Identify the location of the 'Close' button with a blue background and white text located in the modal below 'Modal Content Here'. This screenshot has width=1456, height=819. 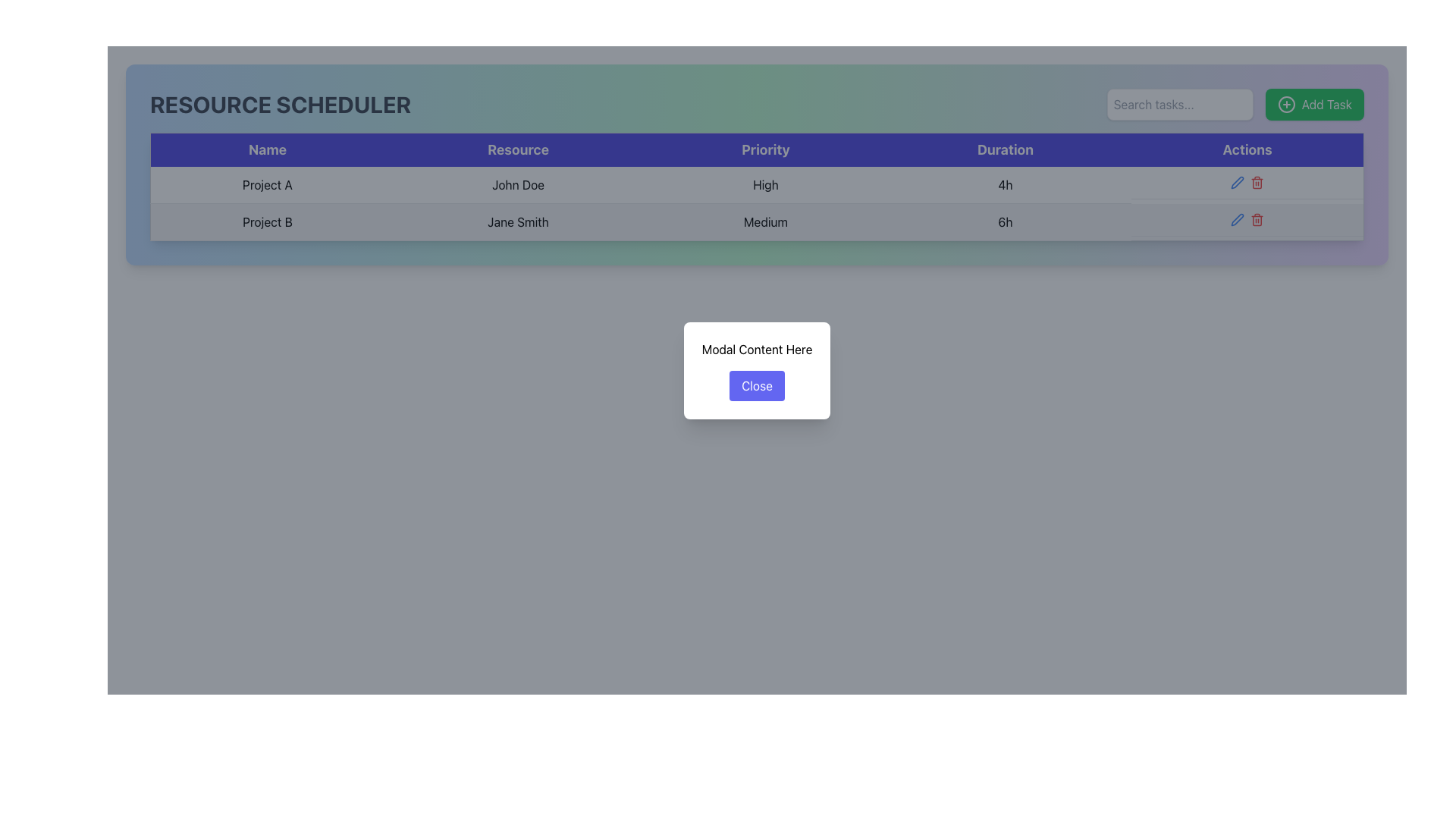
(757, 384).